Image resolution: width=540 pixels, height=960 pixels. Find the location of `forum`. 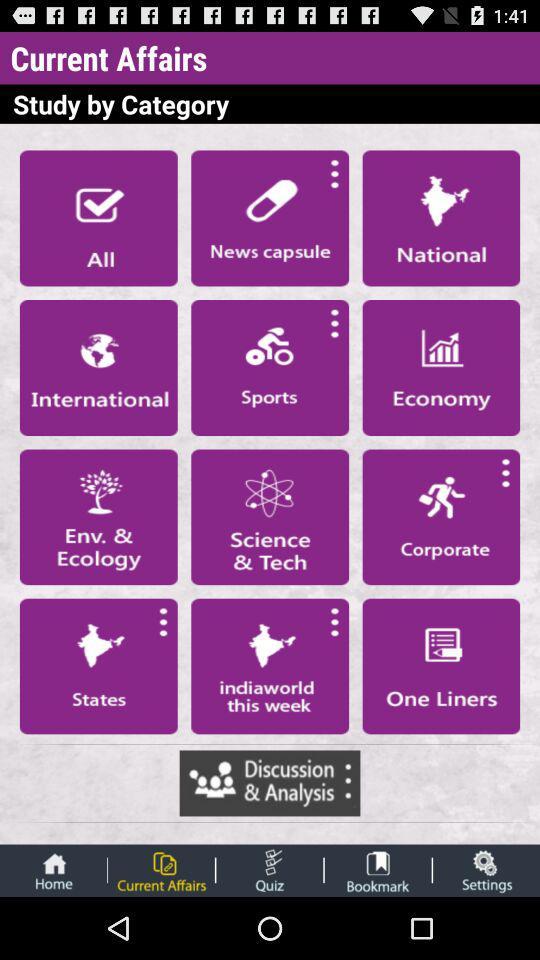

forum is located at coordinates (270, 783).